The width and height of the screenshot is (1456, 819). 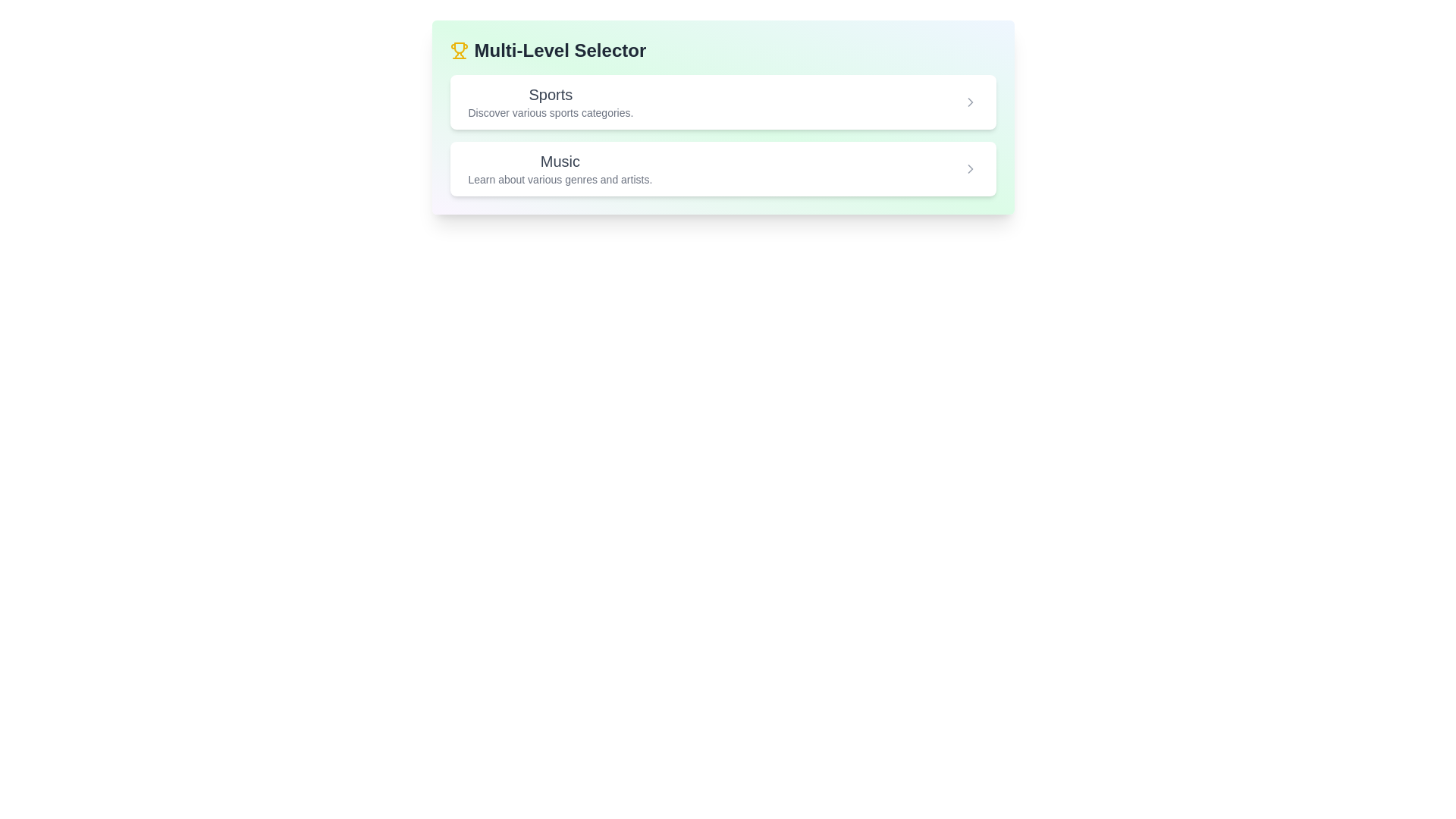 I want to click on the descriptive text label located directly below the 'Sports' title in the vertical list design, so click(x=550, y=112).